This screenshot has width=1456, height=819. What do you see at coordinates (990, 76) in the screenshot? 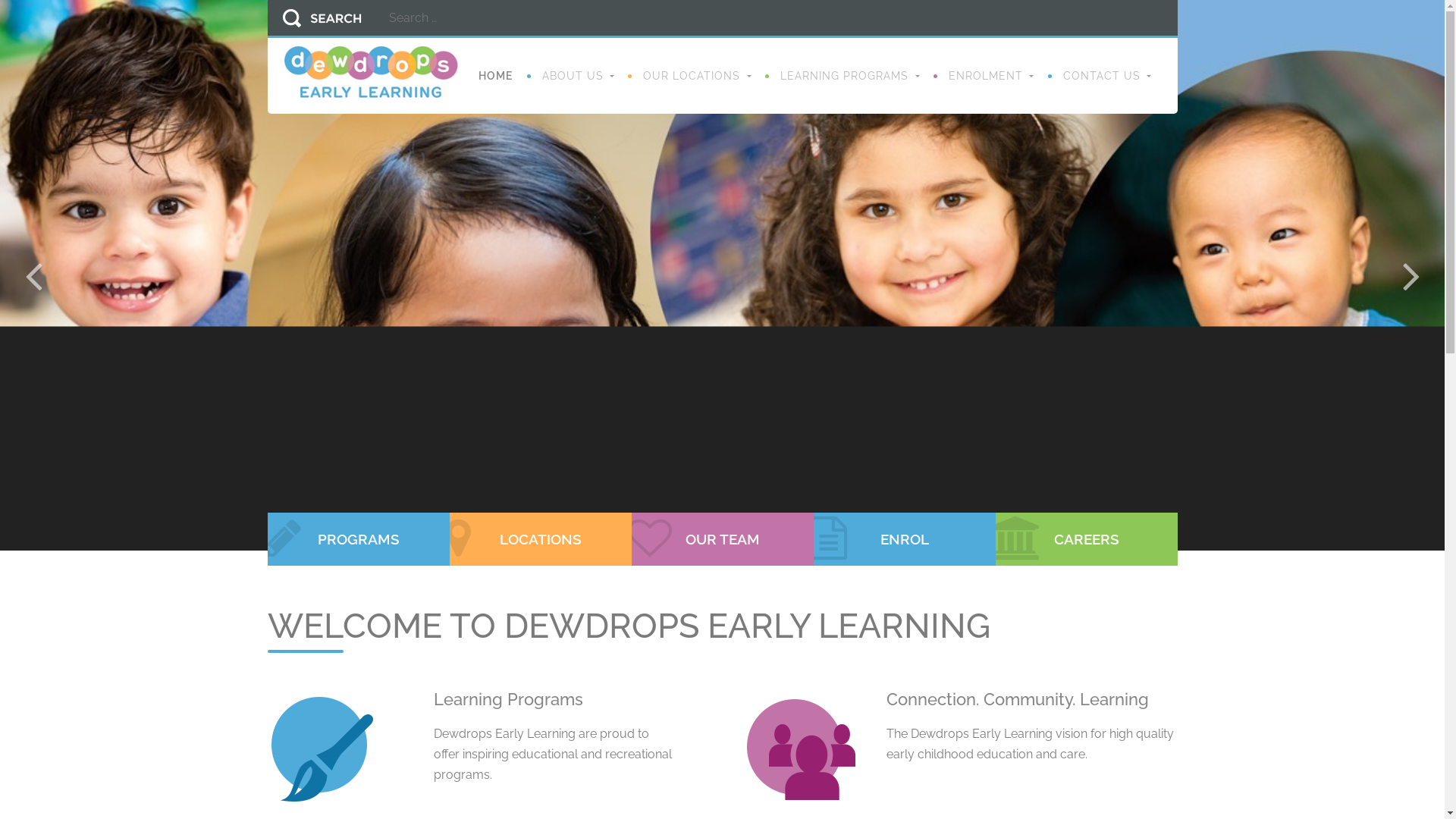
I see `'ENROLMENT'` at bounding box center [990, 76].